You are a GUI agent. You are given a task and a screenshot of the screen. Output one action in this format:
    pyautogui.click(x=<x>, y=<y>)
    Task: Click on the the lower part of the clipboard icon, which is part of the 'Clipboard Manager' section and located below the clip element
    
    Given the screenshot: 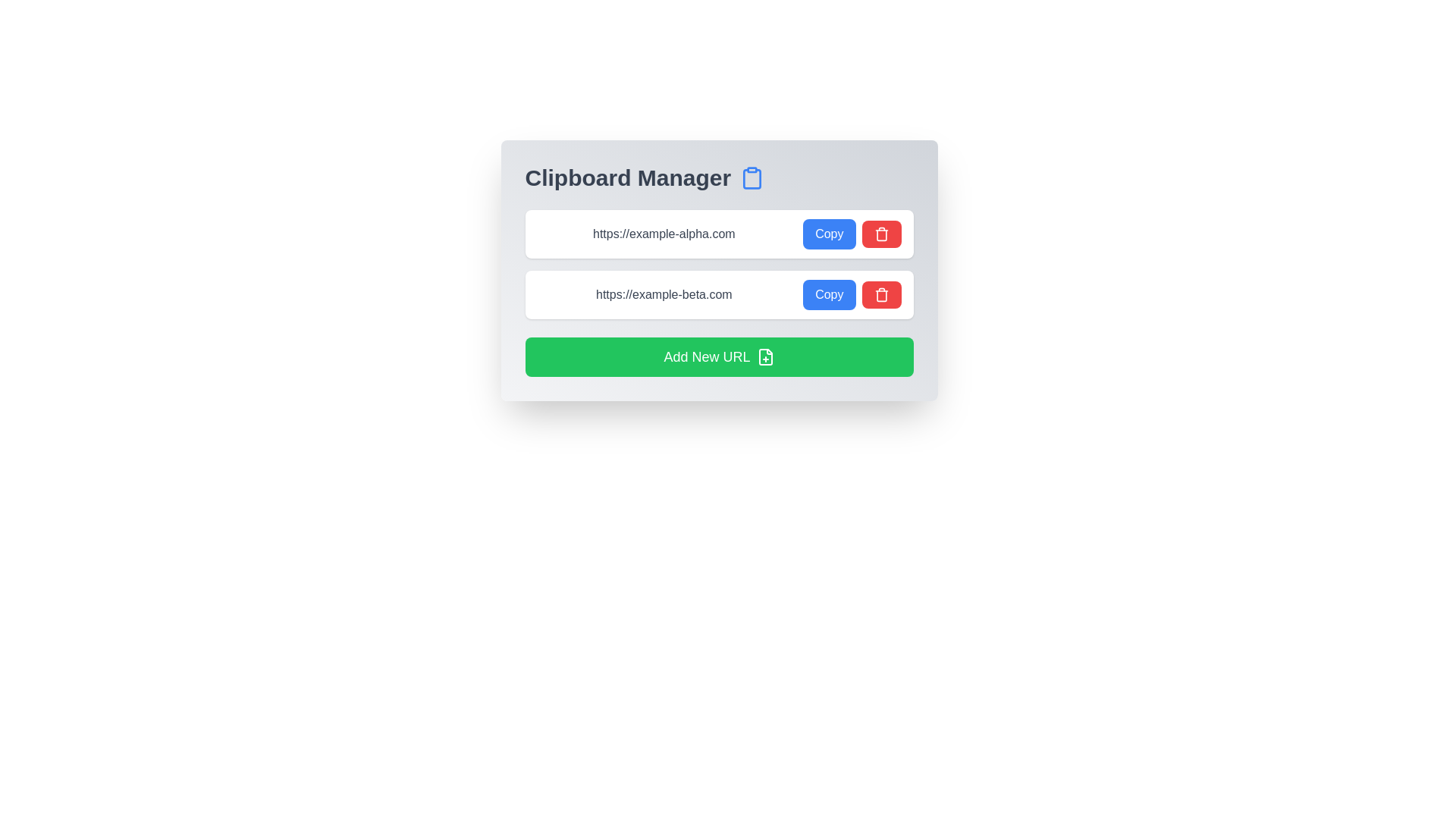 What is the action you would take?
    pyautogui.click(x=752, y=178)
    